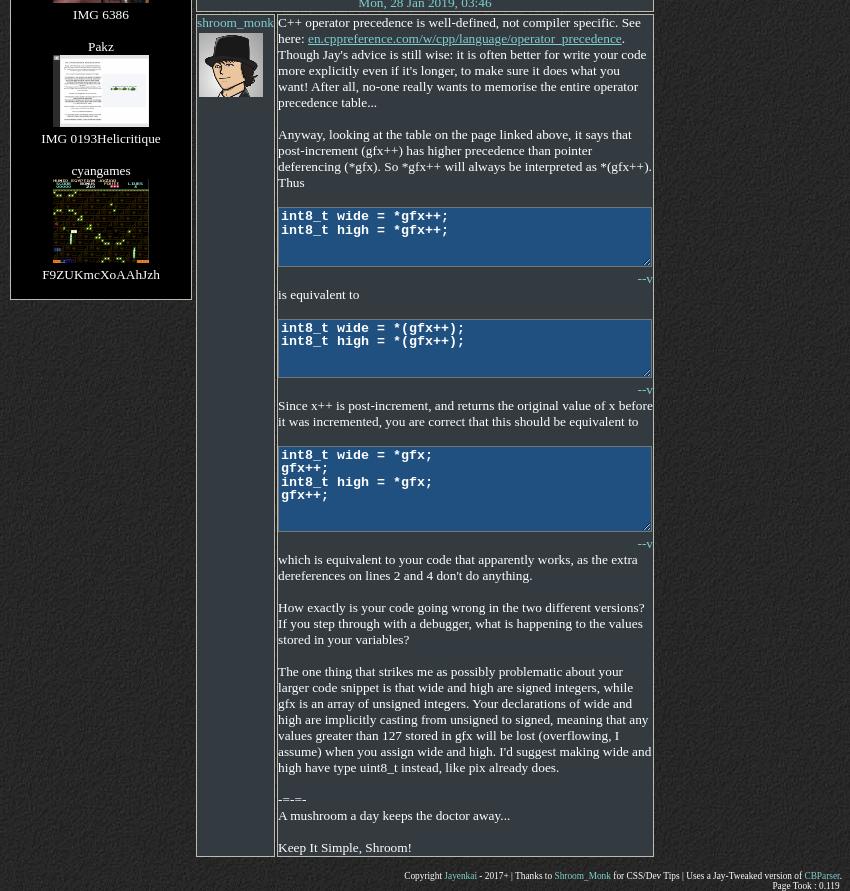  Describe the element at coordinates (99, 272) in the screenshot. I see `'F9ZUKmcXoAAhJzh'` at that location.